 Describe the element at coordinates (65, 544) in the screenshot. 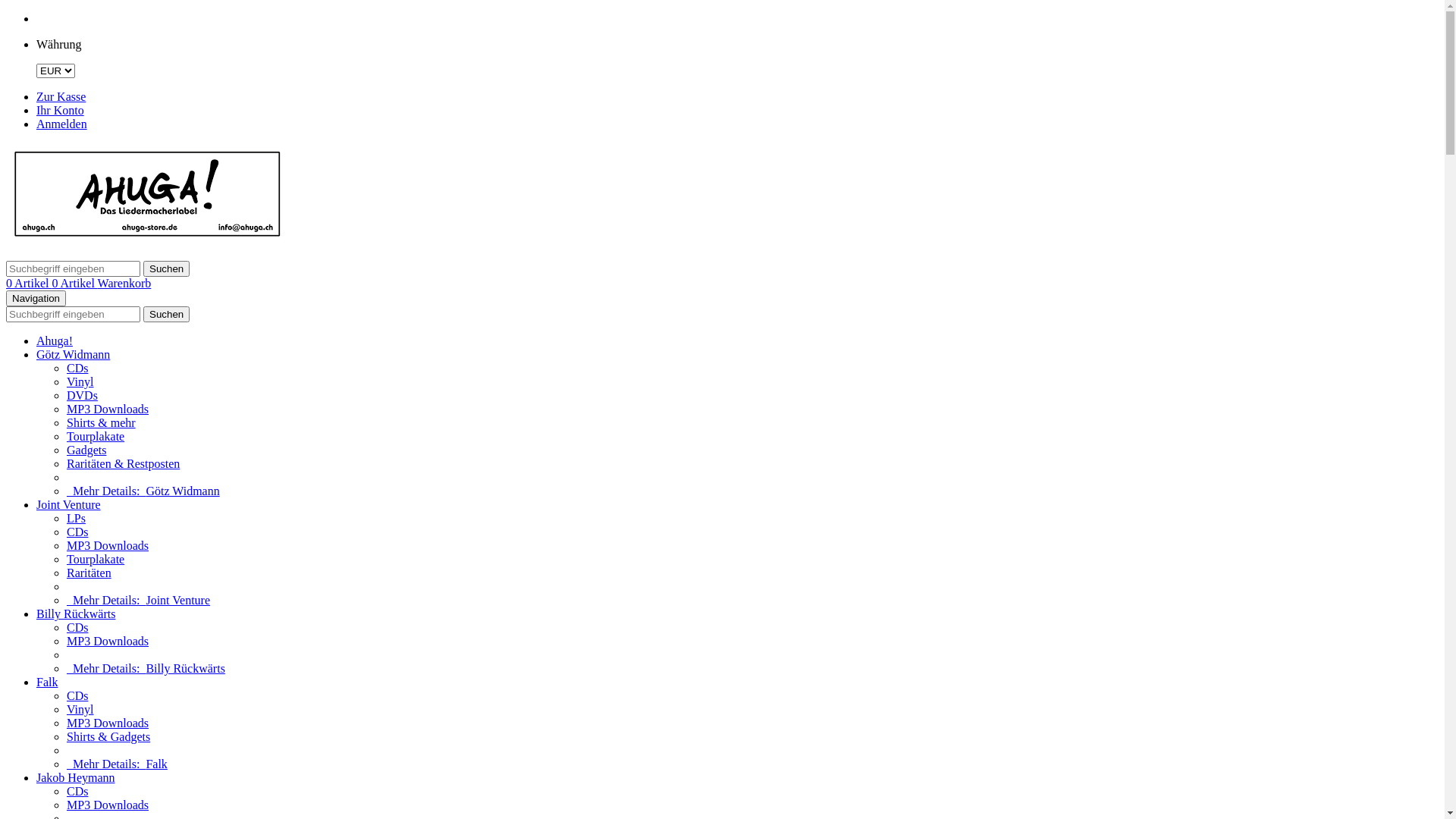

I see `'MP3 Downloads'` at that location.